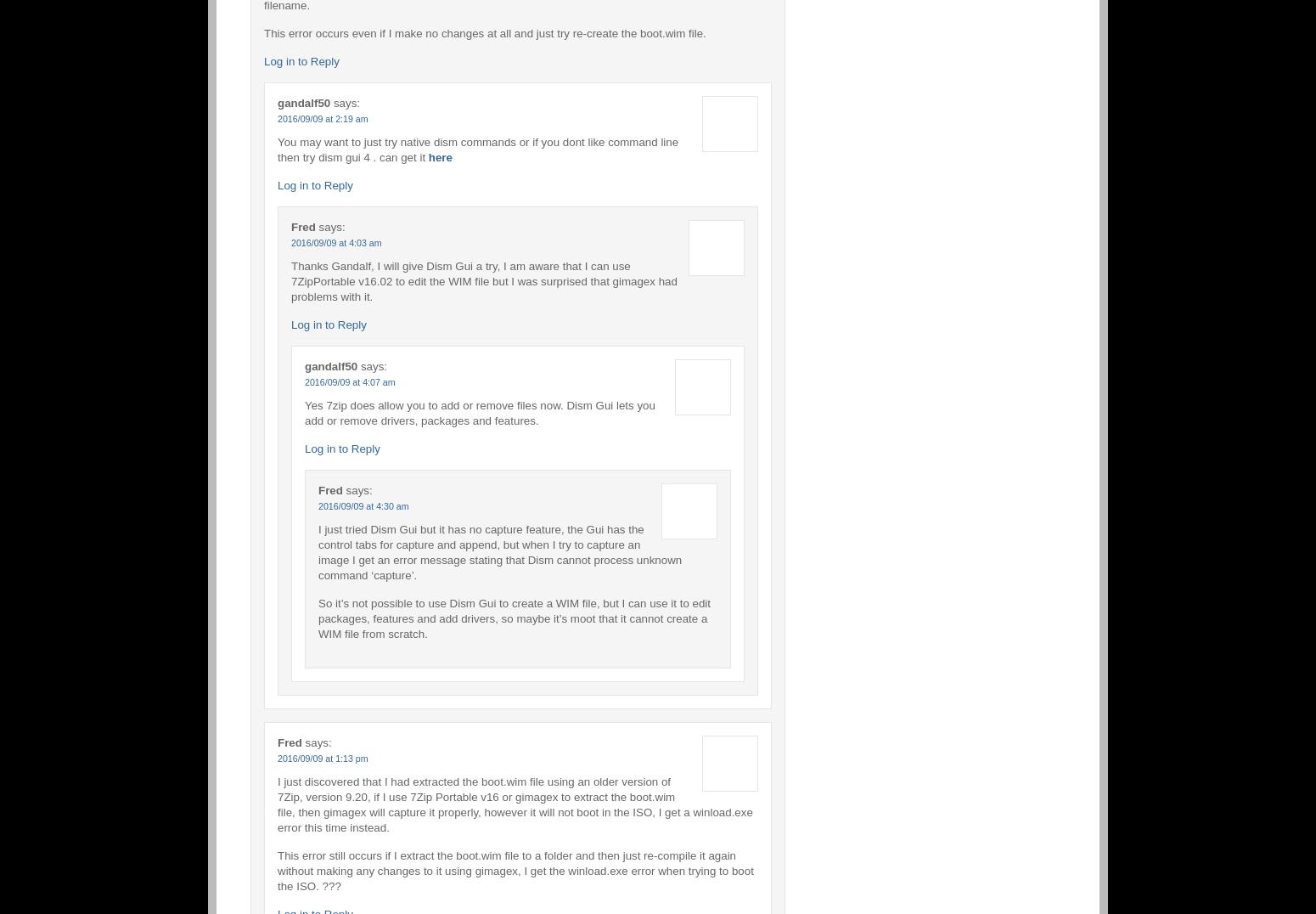 The height and width of the screenshot is (914, 1316). Describe the element at coordinates (427, 155) in the screenshot. I see `'here'` at that location.